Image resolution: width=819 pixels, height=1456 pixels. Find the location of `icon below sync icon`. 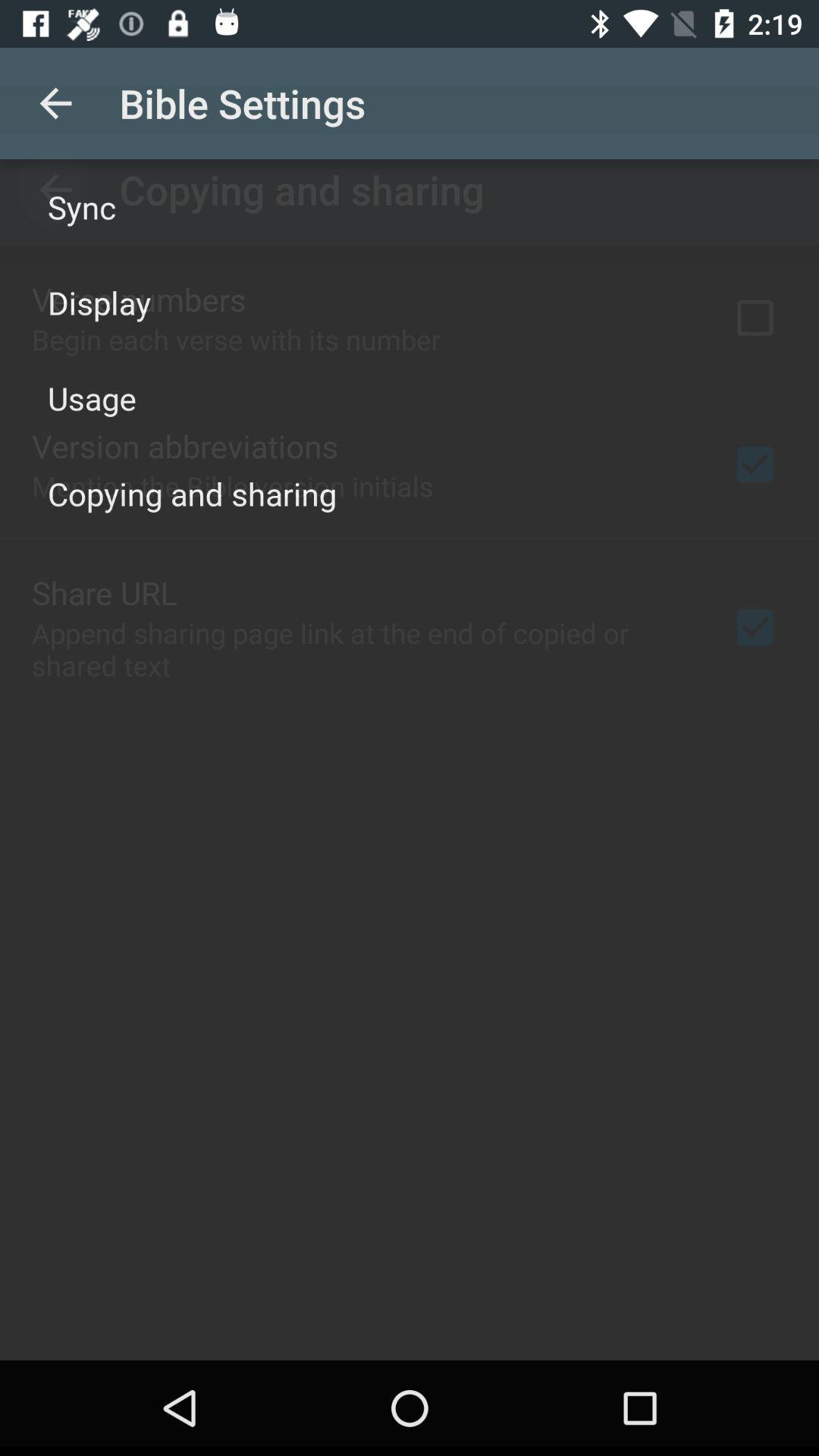

icon below sync icon is located at coordinates (99, 302).